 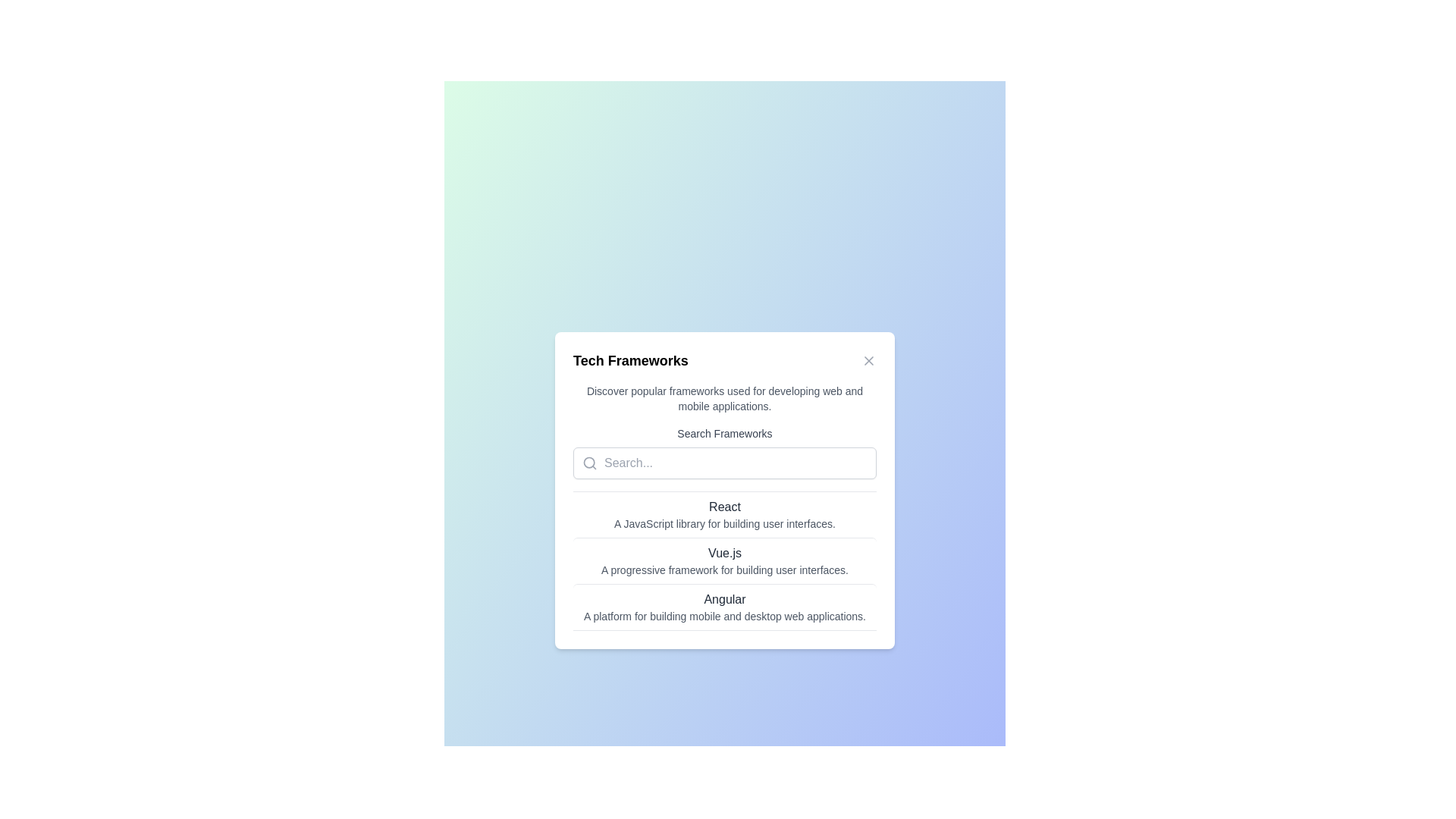 What do you see at coordinates (723, 397) in the screenshot?
I see `informational subtitle text located in the interactive card titled 'Tech Frameworks', which is positioned below the title and above the label 'Search Frameworks'` at bounding box center [723, 397].